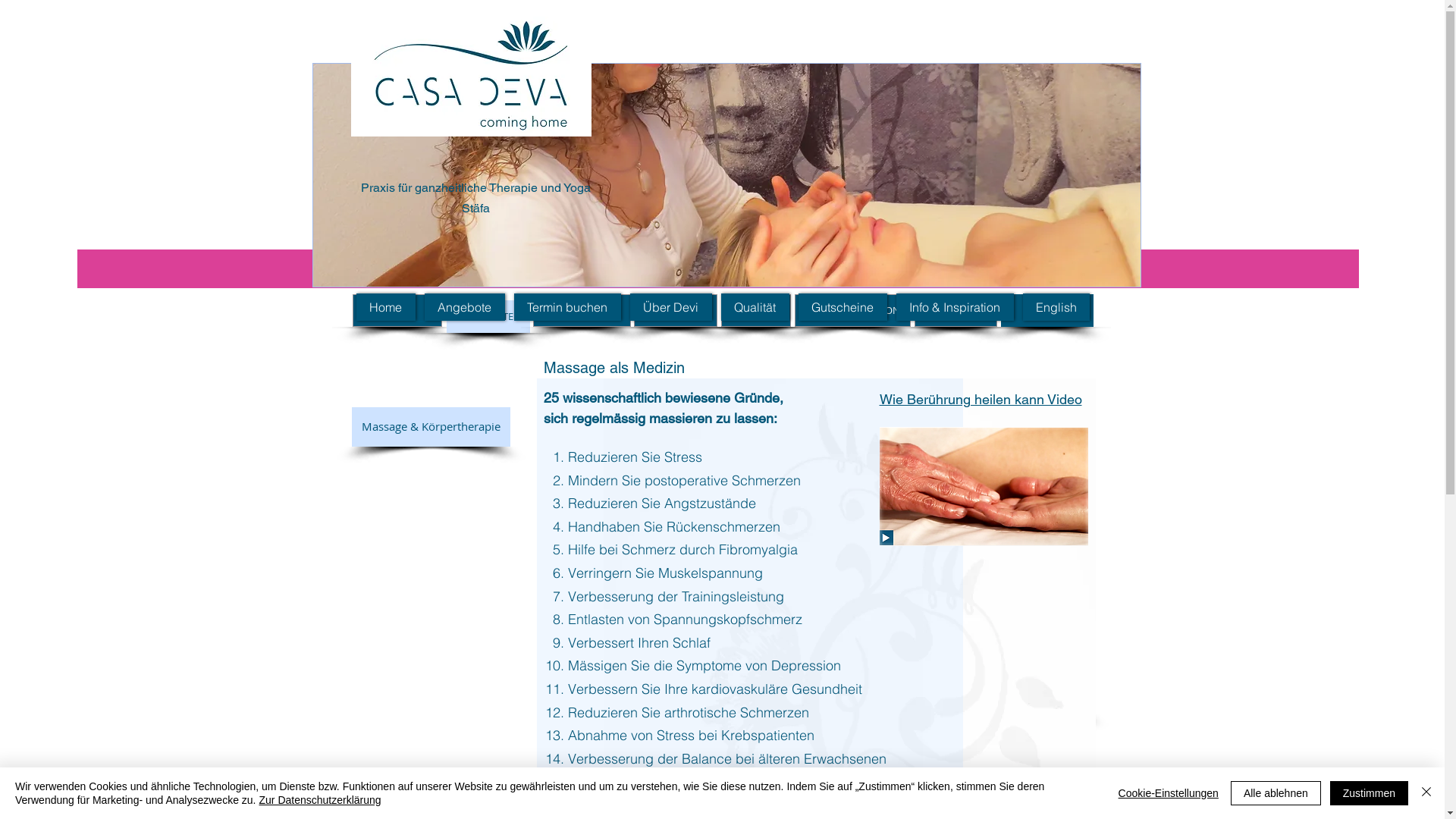 This screenshot has width=1456, height=819. What do you see at coordinates (464, 307) in the screenshot?
I see `'Angebote'` at bounding box center [464, 307].